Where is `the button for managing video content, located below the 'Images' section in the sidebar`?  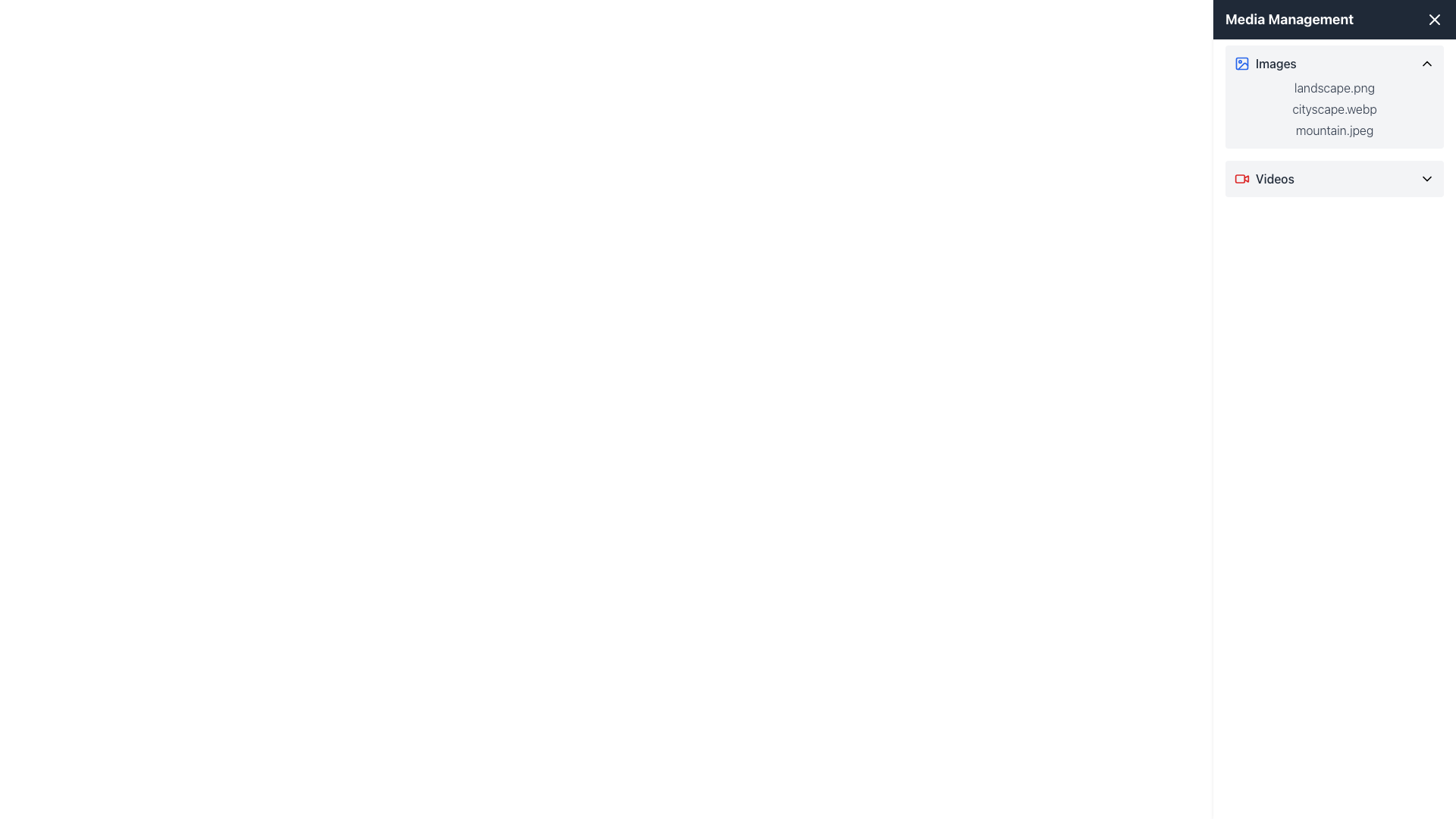 the button for managing video content, located below the 'Images' section in the sidebar is located at coordinates (1335, 177).